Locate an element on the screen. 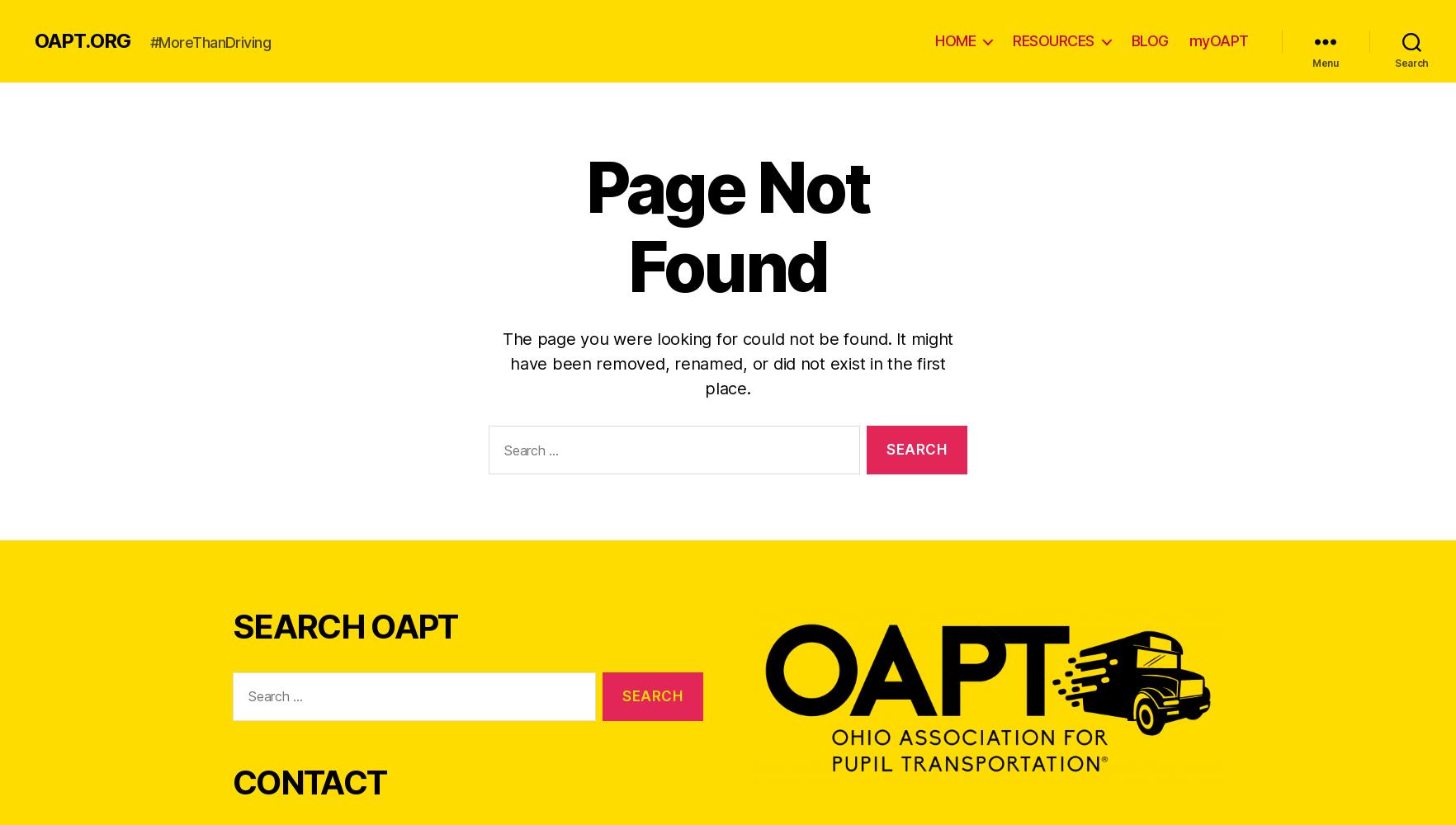 The image size is (1456, 825). 'OAPT.ORG' is located at coordinates (83, 40).